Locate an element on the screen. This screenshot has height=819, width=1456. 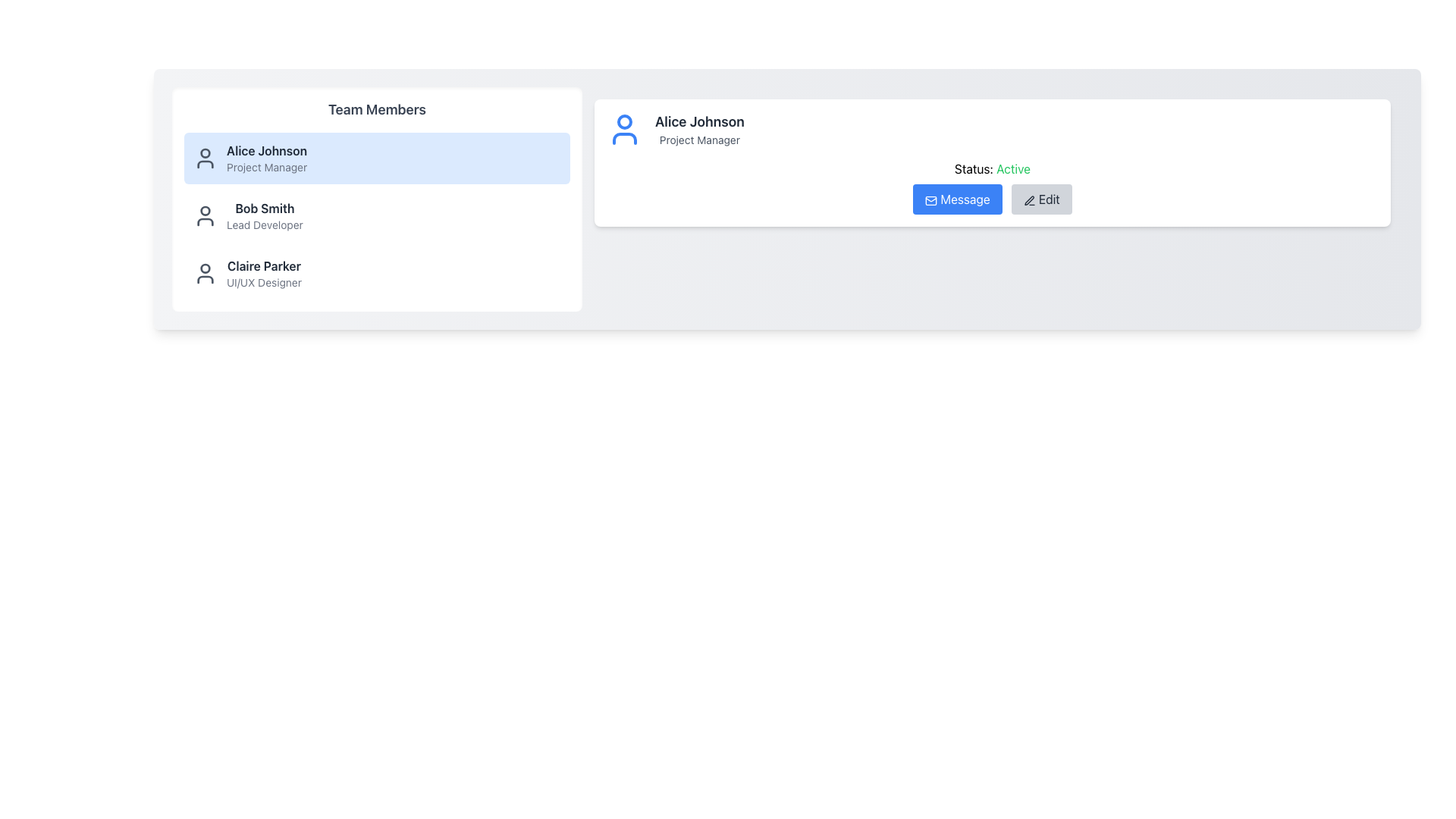
the lower-half humanoid icon vector graphic representing the user avatar for 'Claire Parker' in the 'Team Members' list on the left-hand panel is located at coordinates (204, 280).